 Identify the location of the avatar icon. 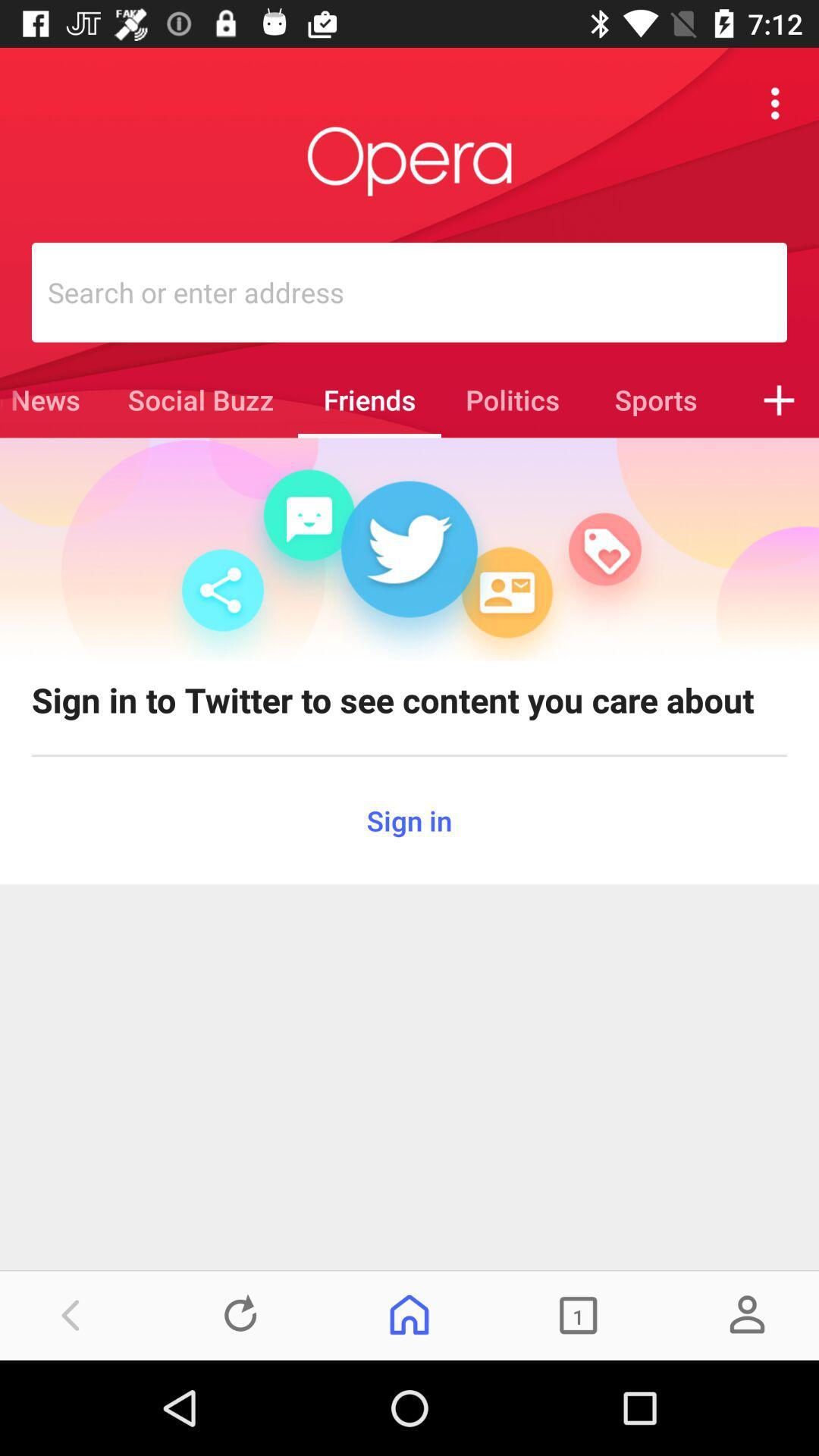
(746, 1314).